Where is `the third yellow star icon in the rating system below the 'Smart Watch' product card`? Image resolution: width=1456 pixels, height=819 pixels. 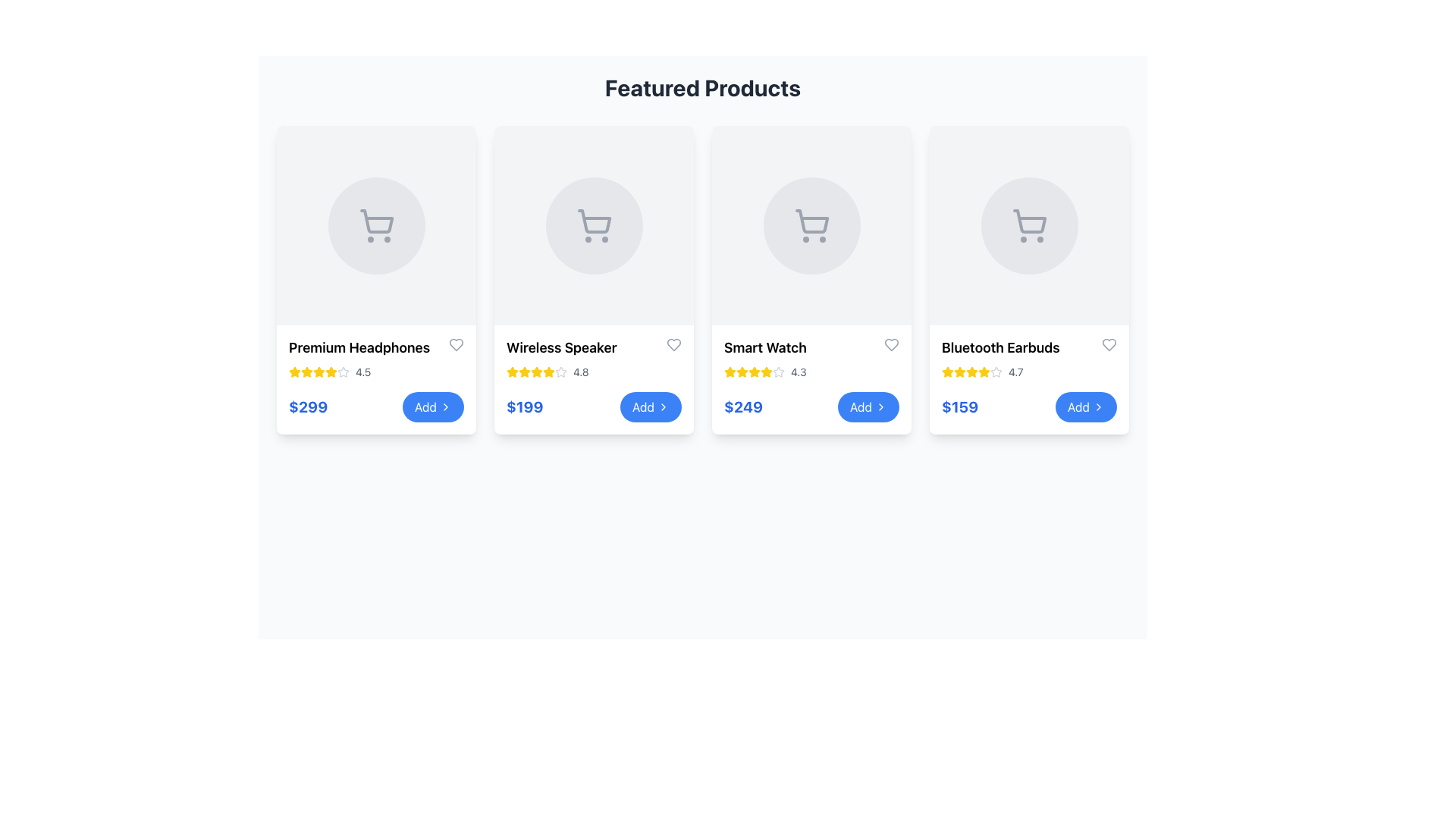
the third yellow star icon in the rating system below the 'Smart Watch' product card is located at coordinates (754, 372).